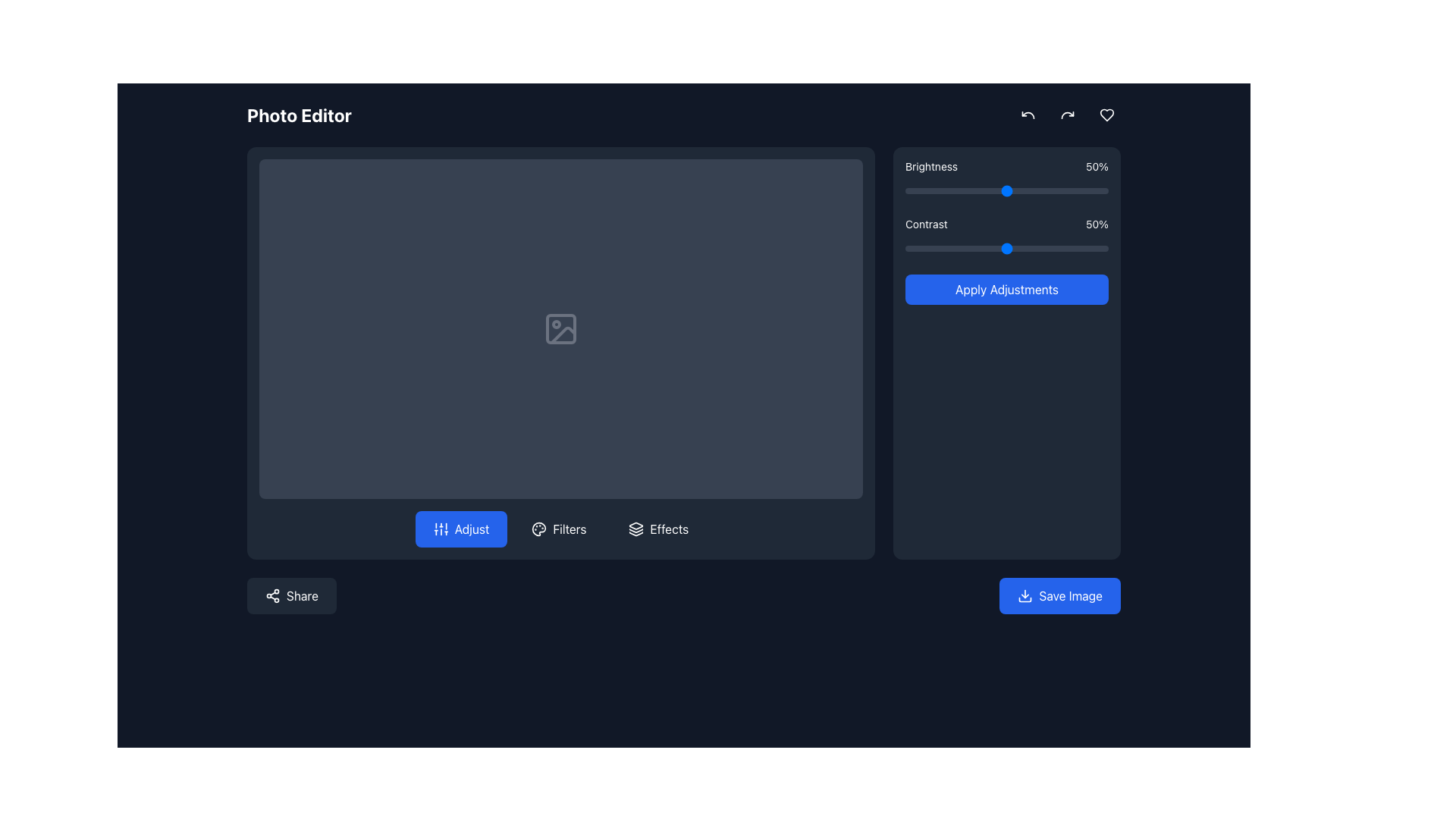 This screenshot has height=819, width=1456. What do you see at coordinates (949, 190) in the screenshot?
I see `brightness` at bounding box center [949, 190].